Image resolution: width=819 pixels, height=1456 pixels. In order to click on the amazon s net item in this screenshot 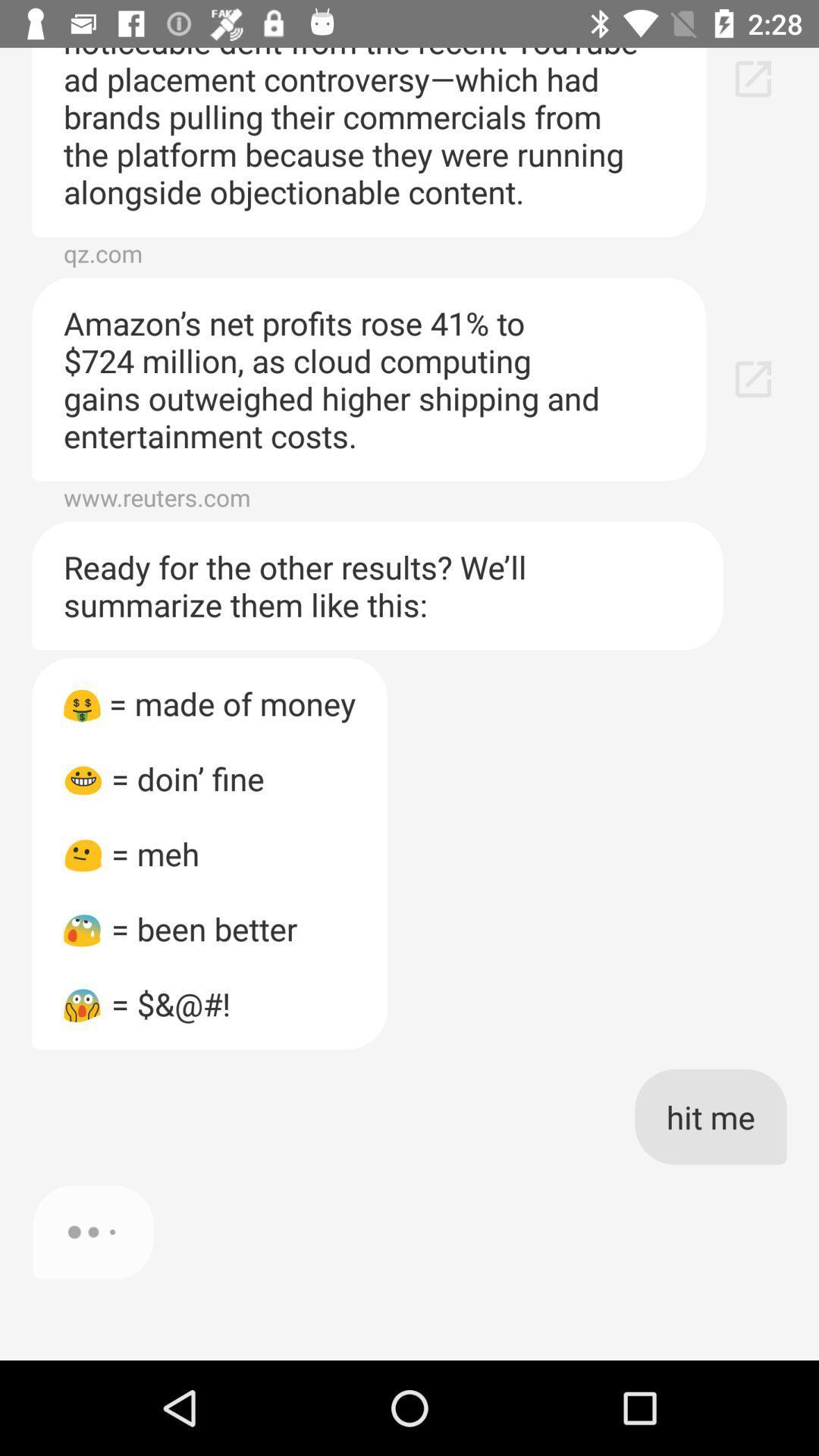, I will do `click(369, 379)`.